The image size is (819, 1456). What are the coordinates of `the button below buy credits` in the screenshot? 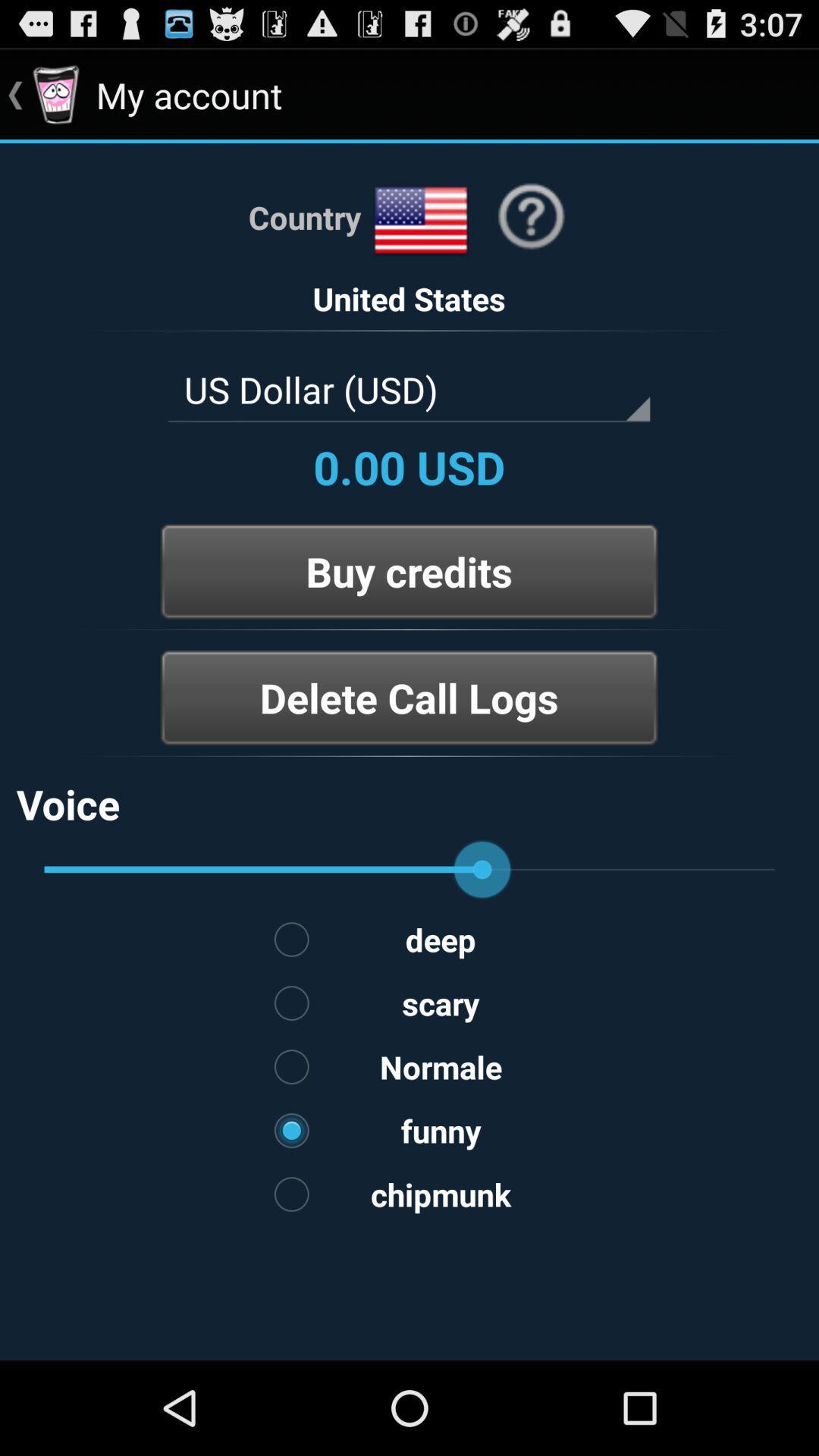 It's located at (409, 697).